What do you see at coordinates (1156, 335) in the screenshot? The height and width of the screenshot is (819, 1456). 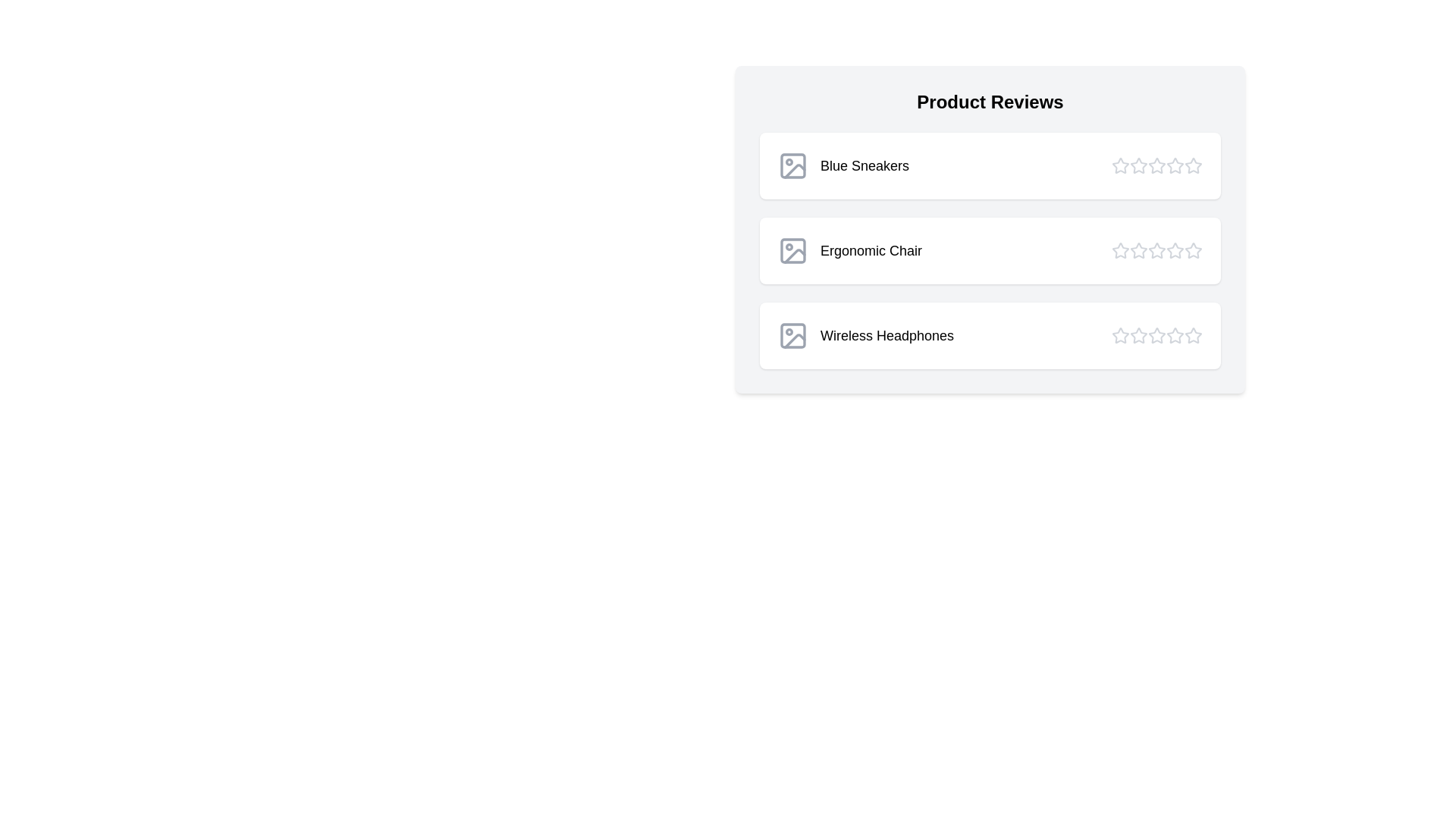 I see `the star corresponding to 3 stars for the product Wireless Headphones` at bounding box center [1156, 335].